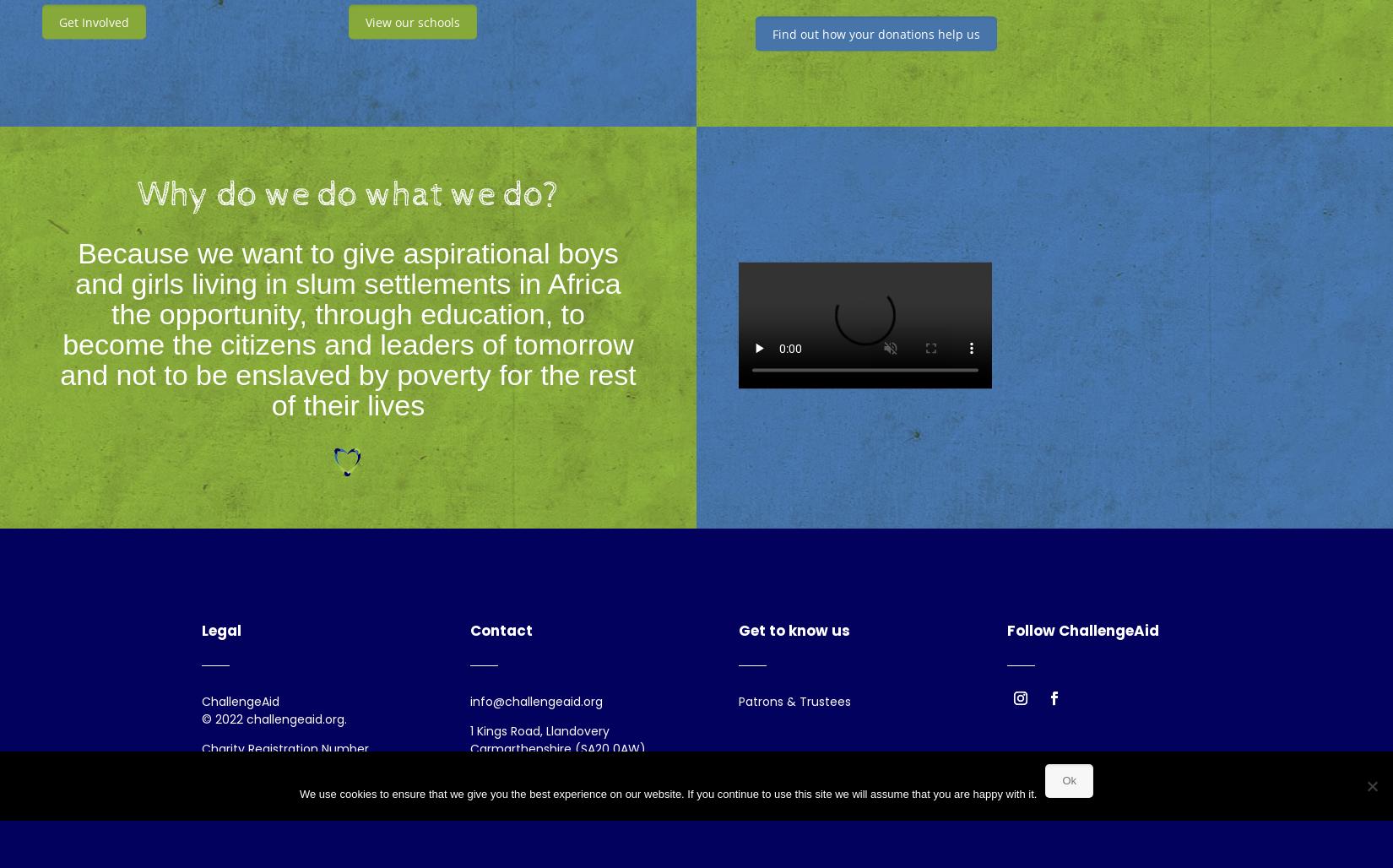  I want to click on 'Patrons & Trustees', so click(794, 702).